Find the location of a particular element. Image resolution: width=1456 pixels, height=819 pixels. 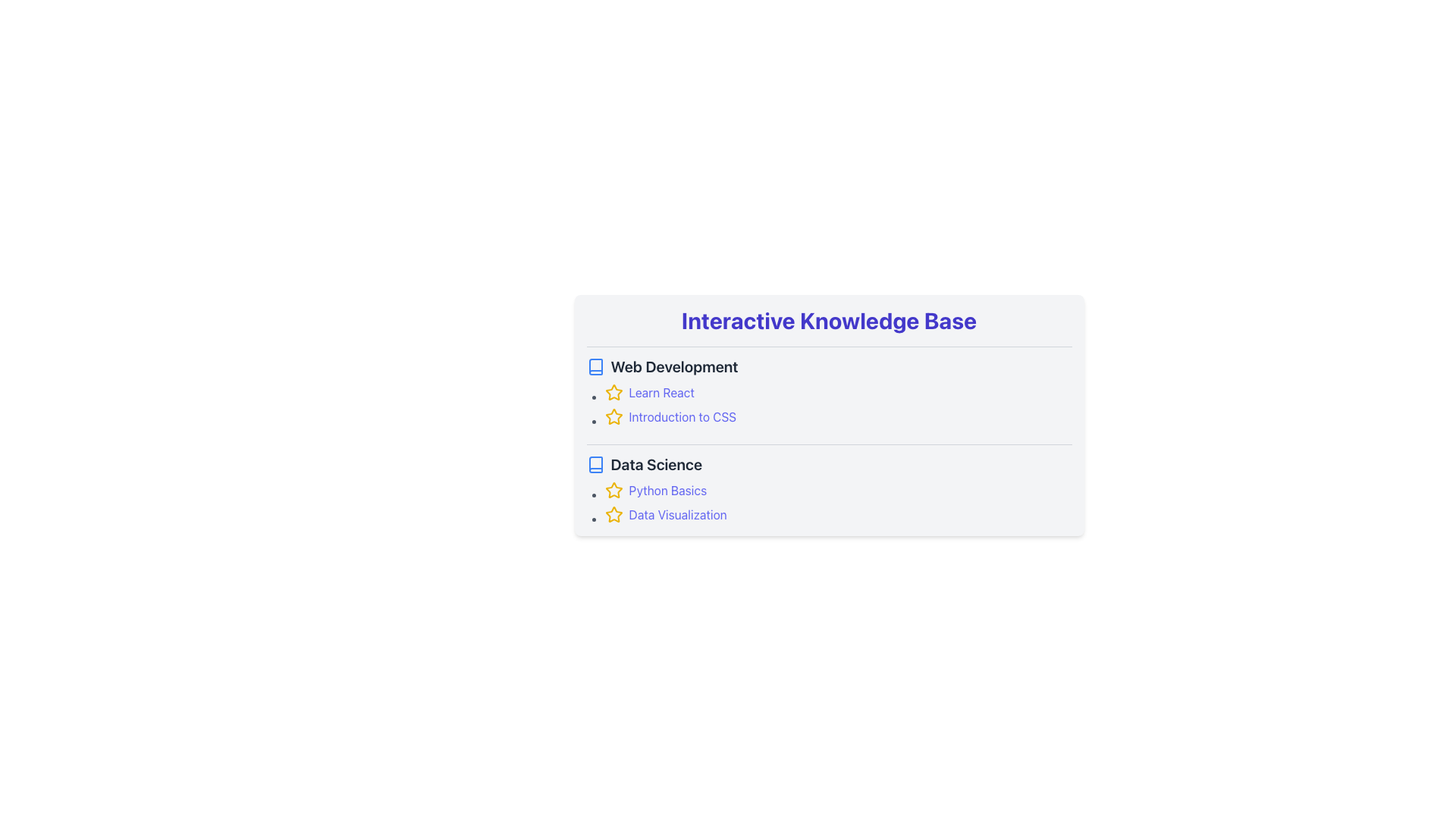

the small star-shaped yellow icon with a hollow interior, located to the left of the 'Learn React' text in the 'Web Development' section is located at coordinates (613, 391).